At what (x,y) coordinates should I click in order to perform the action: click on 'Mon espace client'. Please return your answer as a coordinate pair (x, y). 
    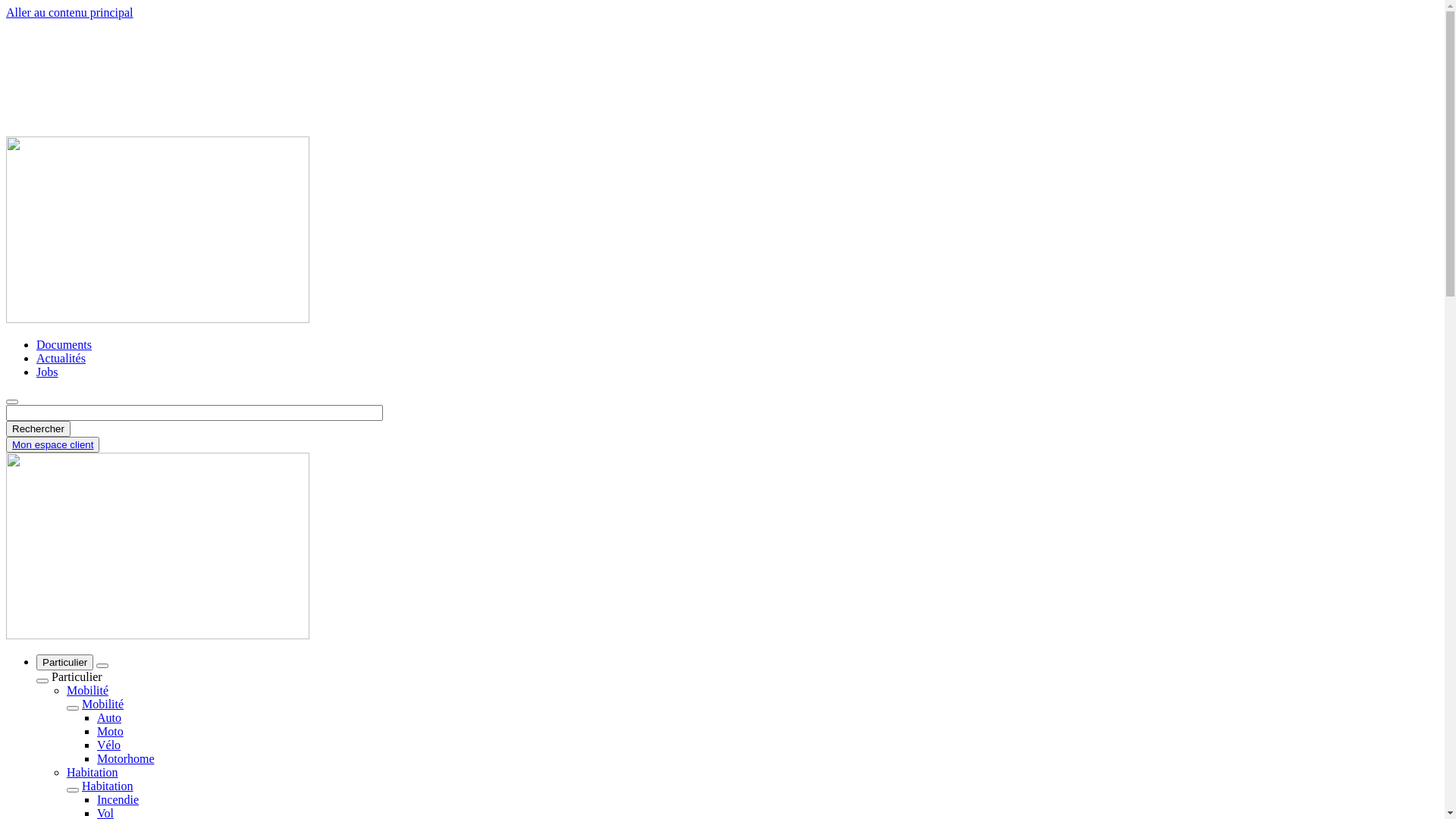
    Looking at the image, I should click on (52, 444).